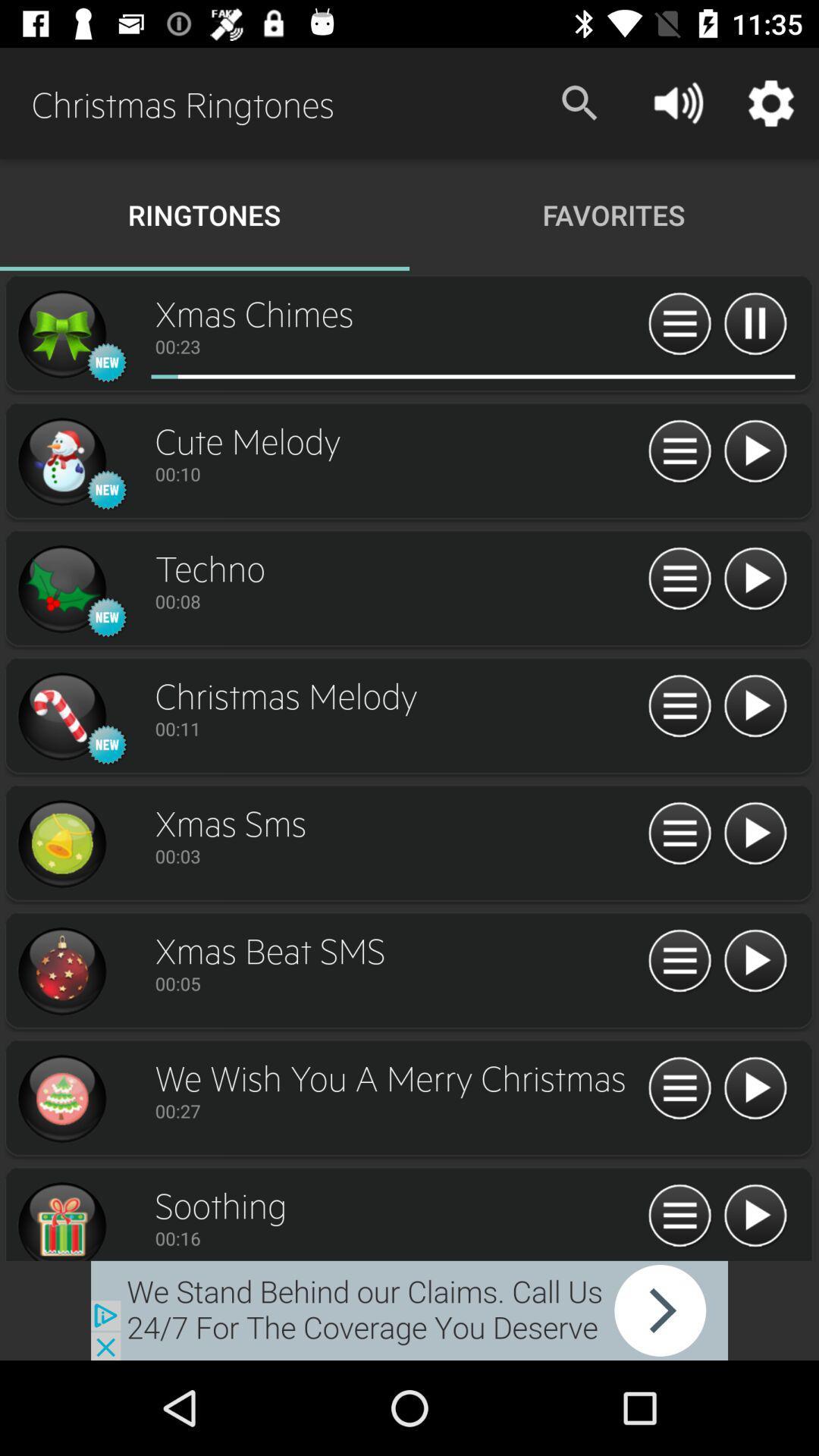 This screenshot has height=1456, width=819. I want to click on setting button, so click(679, 451).